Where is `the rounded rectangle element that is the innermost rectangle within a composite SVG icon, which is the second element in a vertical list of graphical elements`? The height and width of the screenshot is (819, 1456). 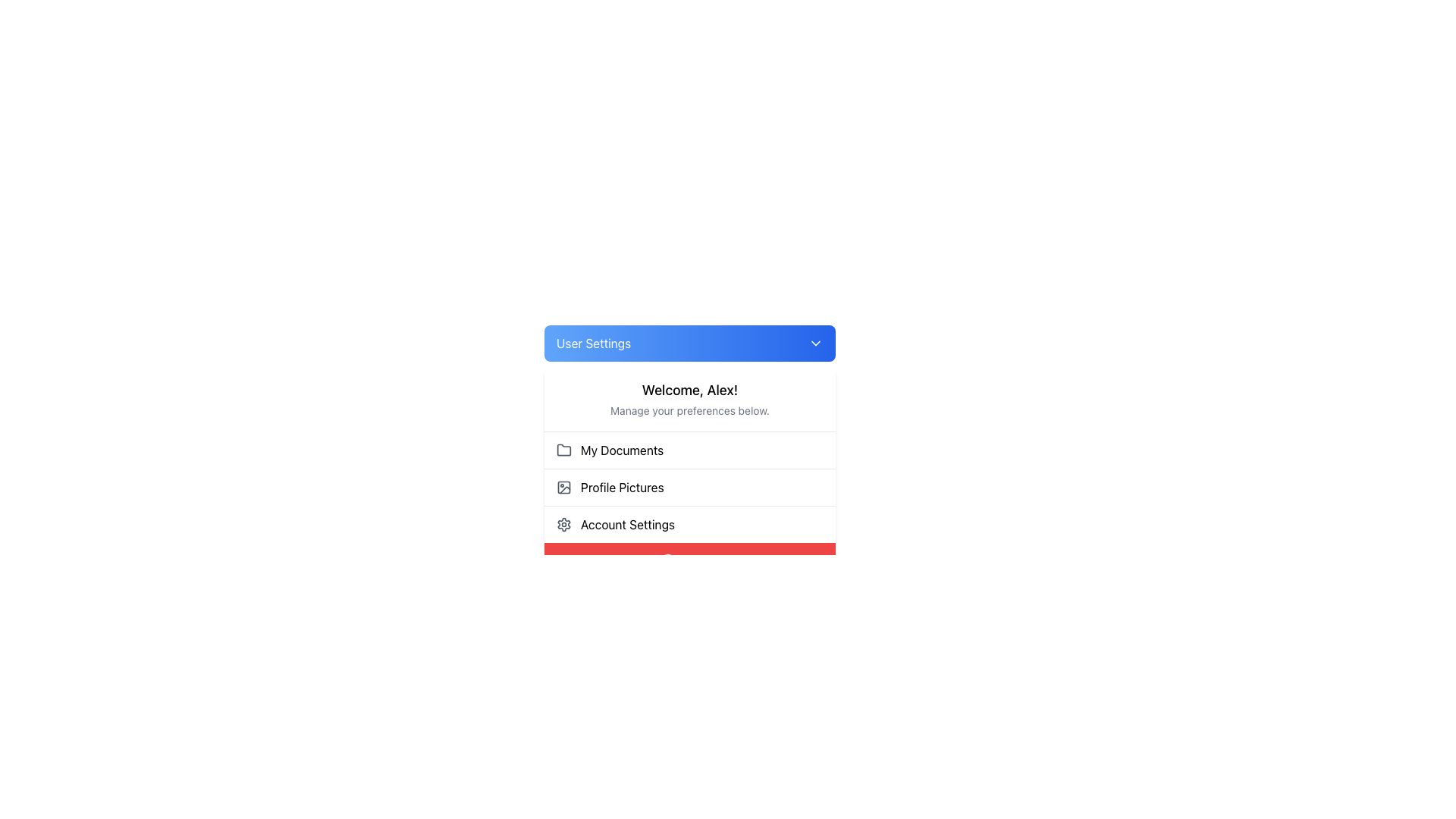 the rounded rectangle element that is the innermost rectangle within a composite SVG icon, which is the second element in a vertical list of graphical elements is located at coordinates (563, 488).